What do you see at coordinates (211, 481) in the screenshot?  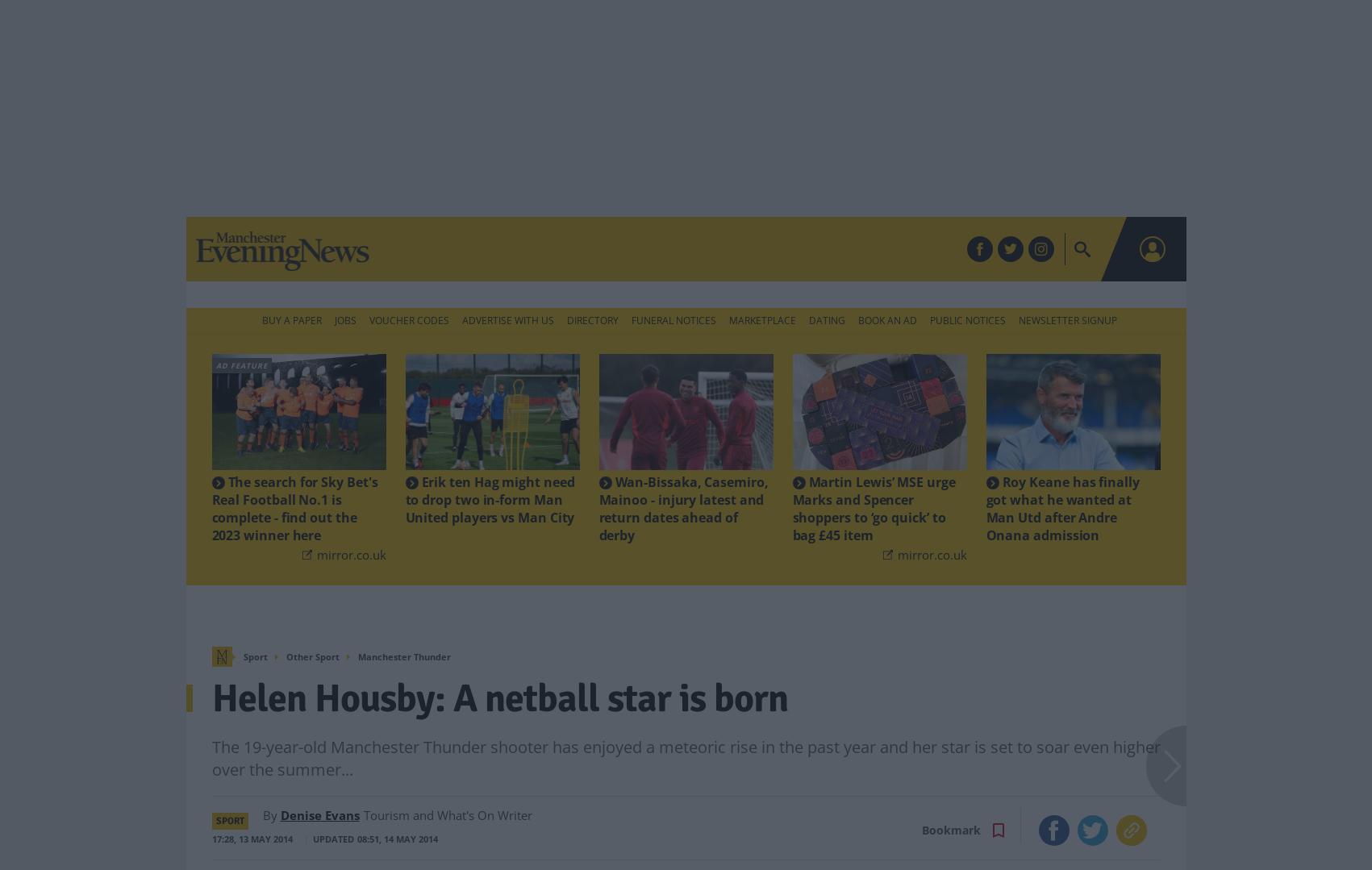 I see `'The search for Sky Bet's Real Football No.1 is complete - find out the 2023 winner here'` at bounding box center [211, 481].